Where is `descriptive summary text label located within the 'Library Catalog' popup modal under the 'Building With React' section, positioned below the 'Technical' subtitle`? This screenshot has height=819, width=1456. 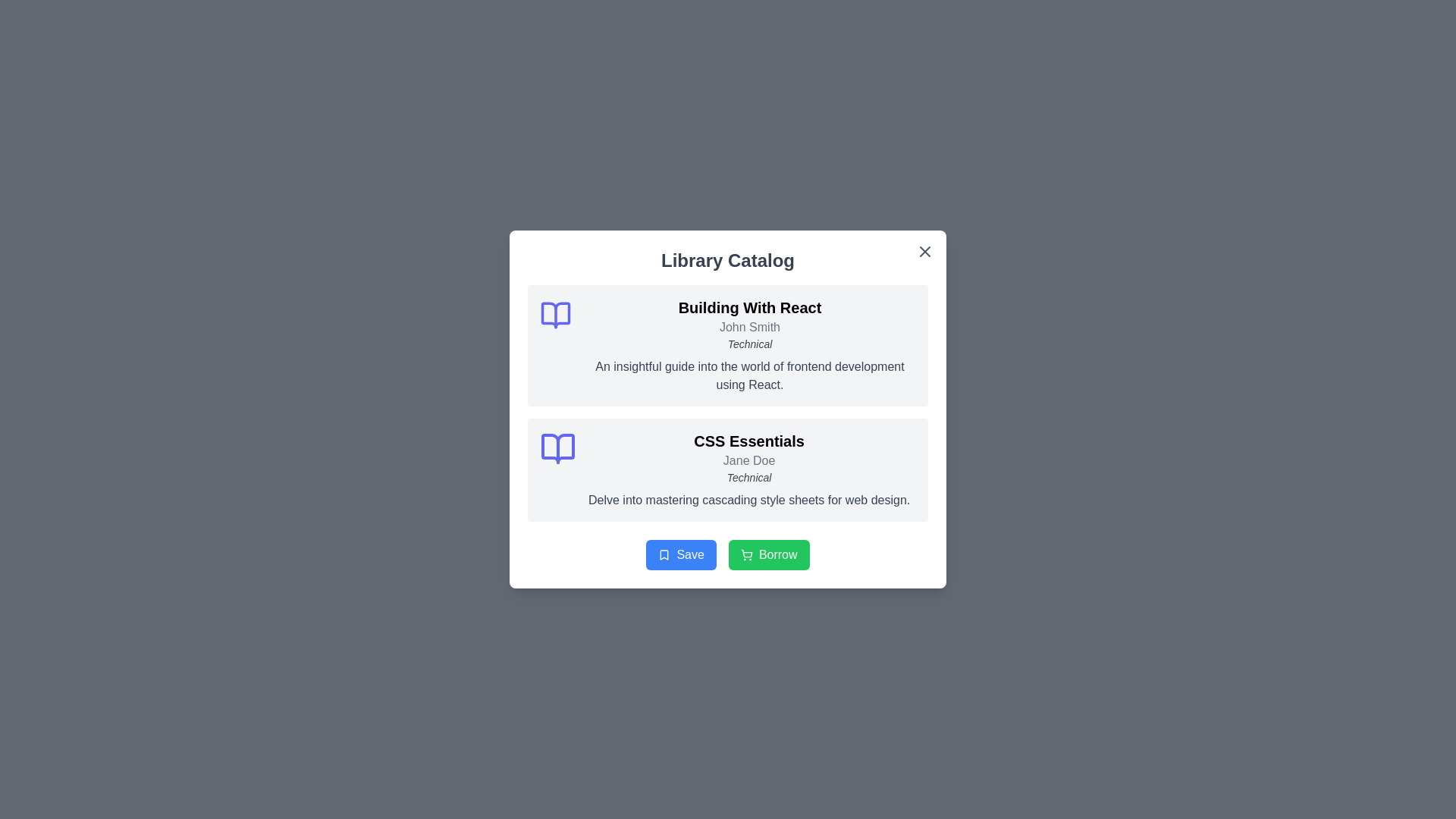 descriptive summary text label located within the 'Library Catalog' popup modal under the 'Building With React' section, positioned below the 'Technical' subtitle is located at coordinates (749, 375).